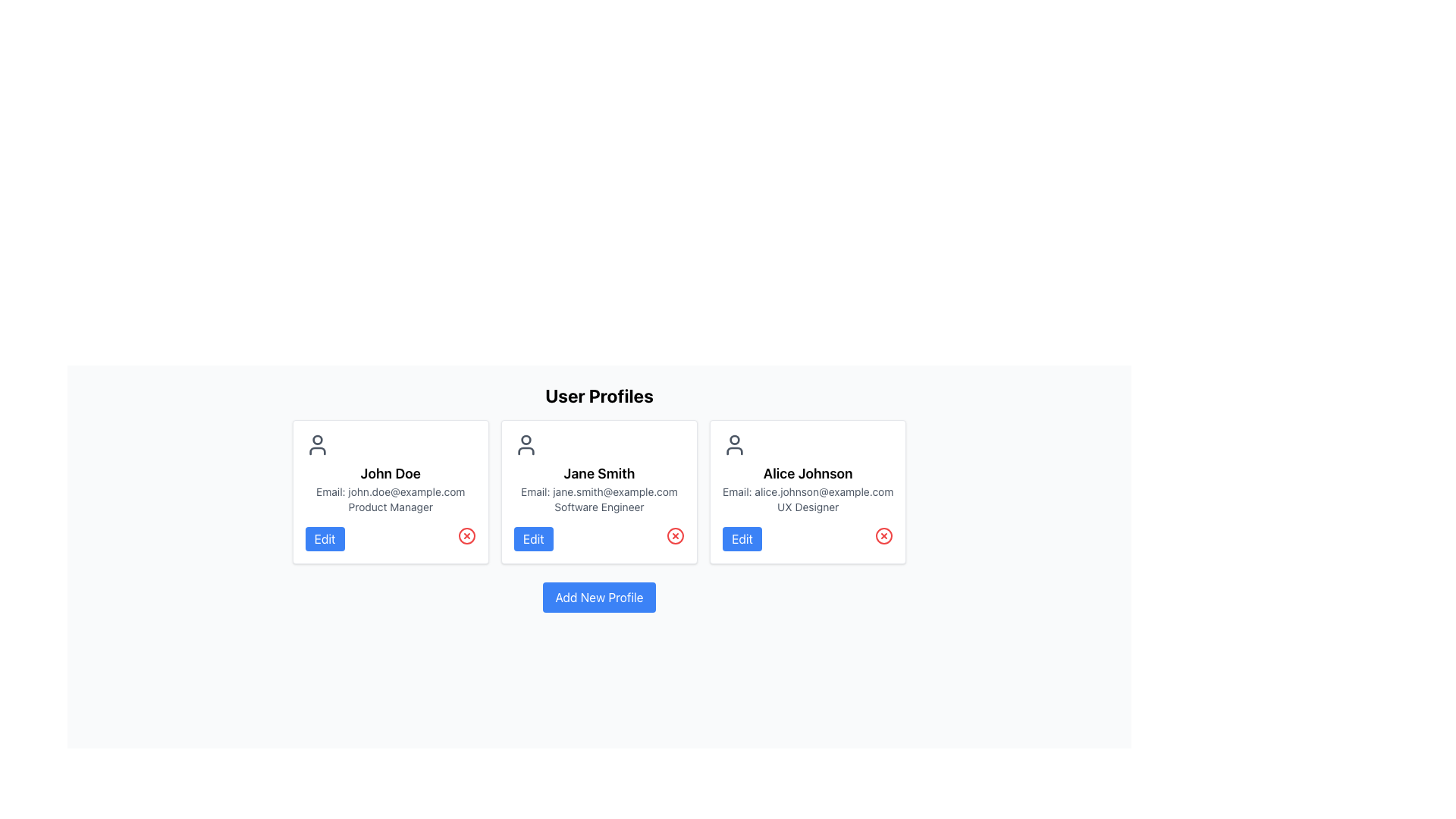 This screenshot has height=819, width=1456. I want to click on the blue button with rounded corners labeled 'Edit' located under the name 'Alice Johnson' in the 'User Profiles' section, so click(742, 538).